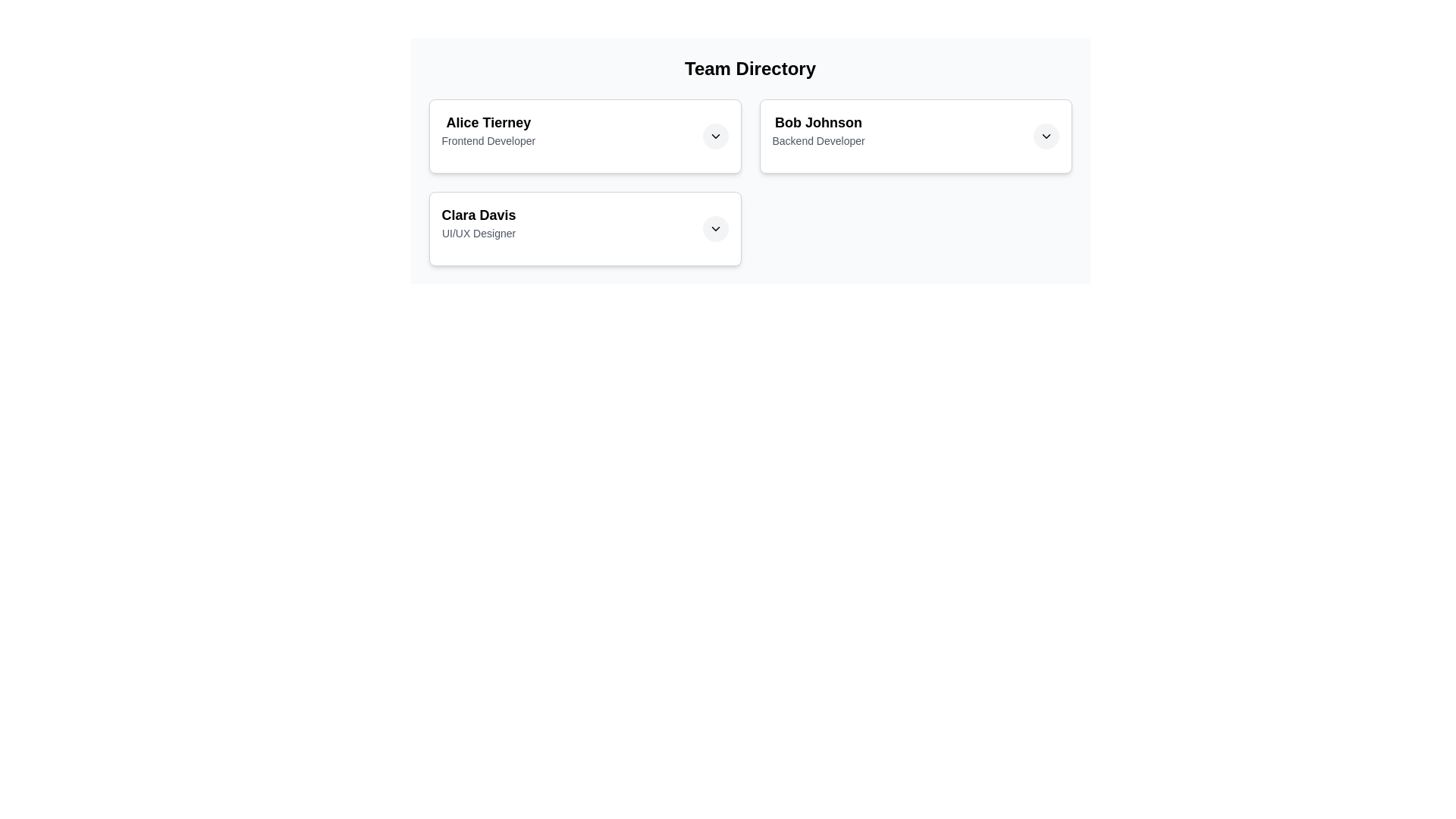 Image resolution: width=1456 pixels, height=819 pixels. What do you see at coordinates (478, 215) in the screenshot?
I see `text label displaying the name of a user or team member located at the upper portion of the card, above the text 'UI/UX Designer'` at bounding box center [478, 215].